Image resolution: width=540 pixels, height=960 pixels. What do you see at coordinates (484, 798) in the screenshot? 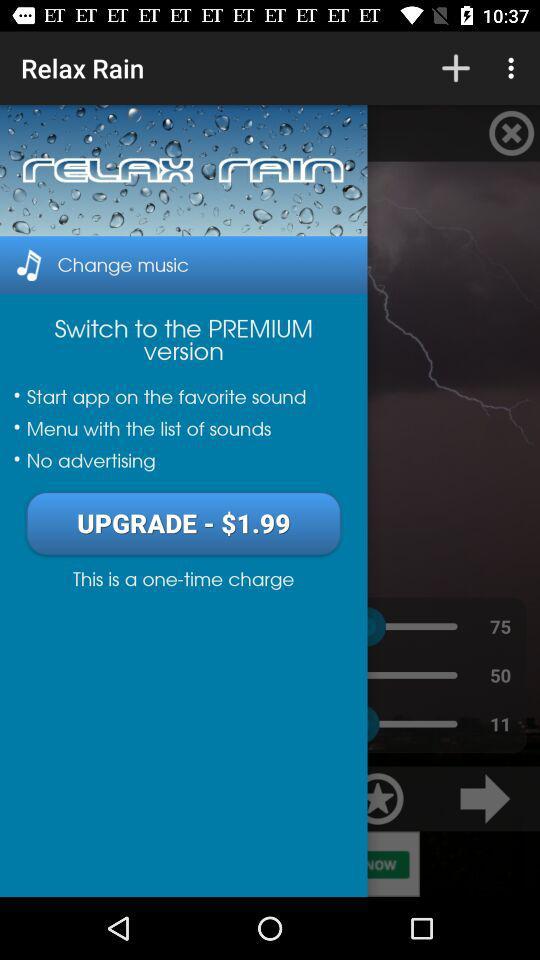
I see `the arrow_forward icon` at bounding box center [484, 798].